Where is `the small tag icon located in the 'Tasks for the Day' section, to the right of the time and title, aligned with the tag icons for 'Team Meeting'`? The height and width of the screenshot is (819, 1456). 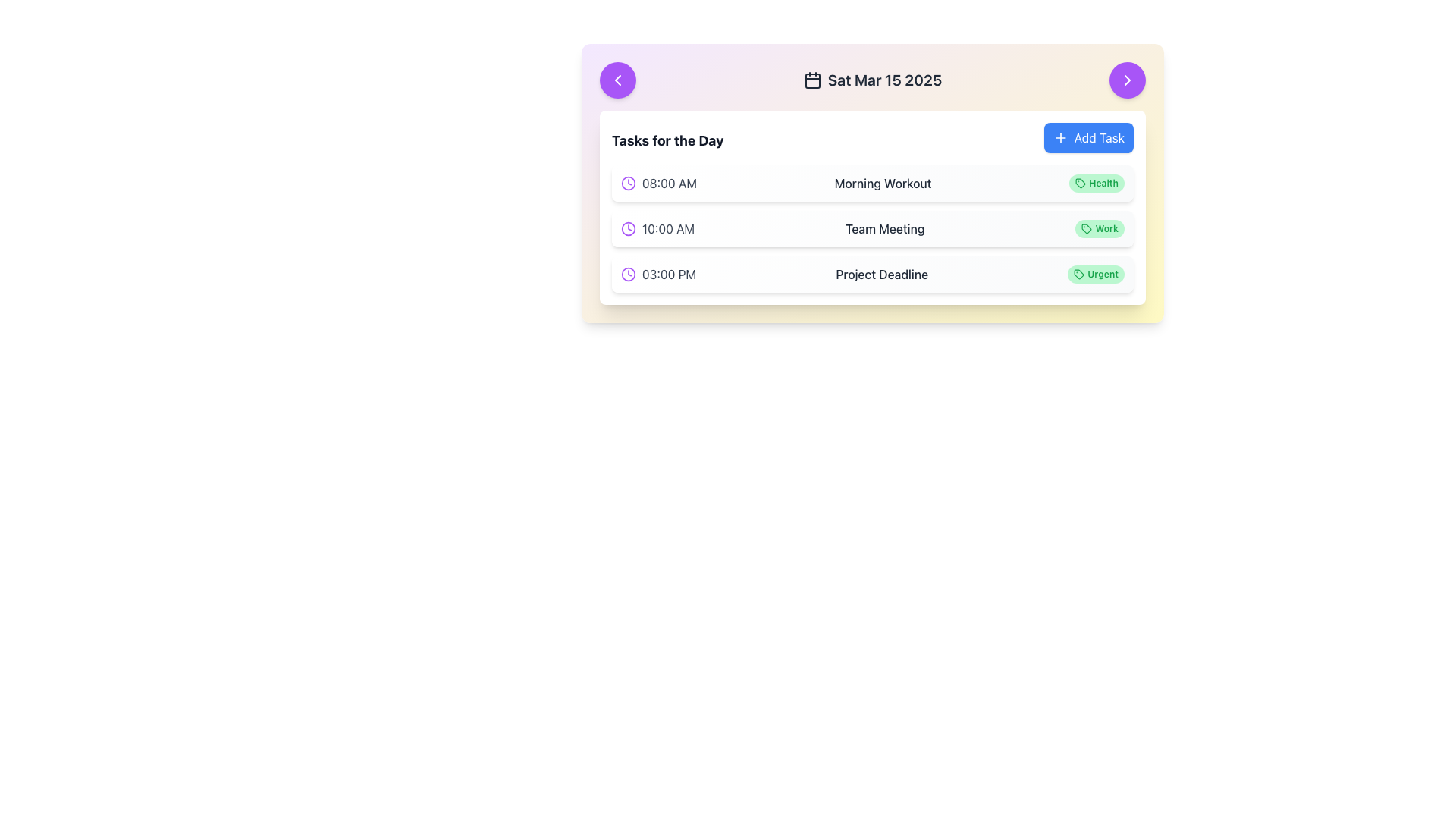 the small tag icon located in the 'Tasks for the Day' section, to the right of the time and title, aligned with the tag icons for 'Team Meeting' is located at coordinates (1086, 228).